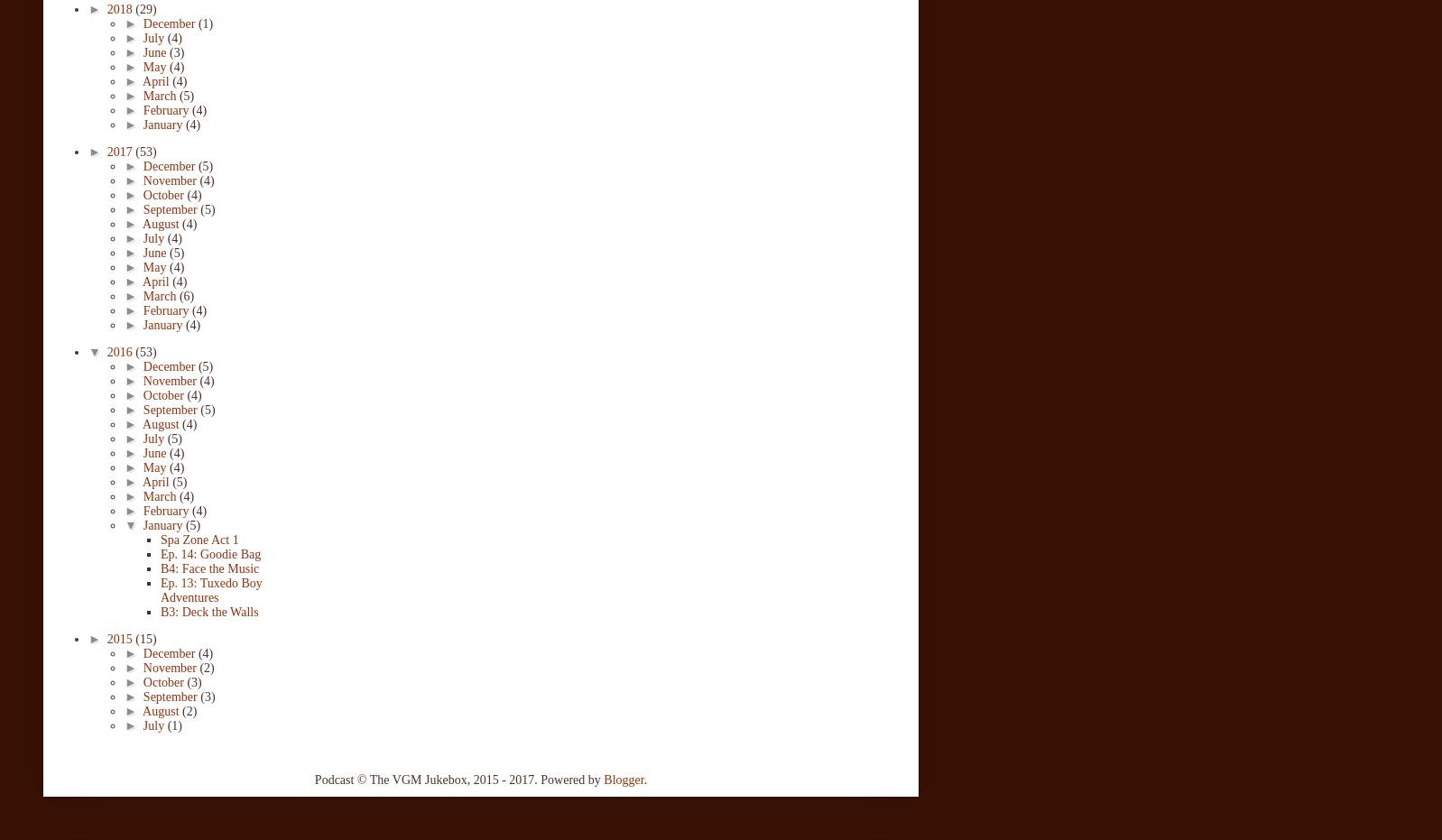 The width and height of the screenshot is (1442, 840). What do you see at coordinates (120, 7) in the screenshot?
I see `'2018'` at bounding box center [120, 7].